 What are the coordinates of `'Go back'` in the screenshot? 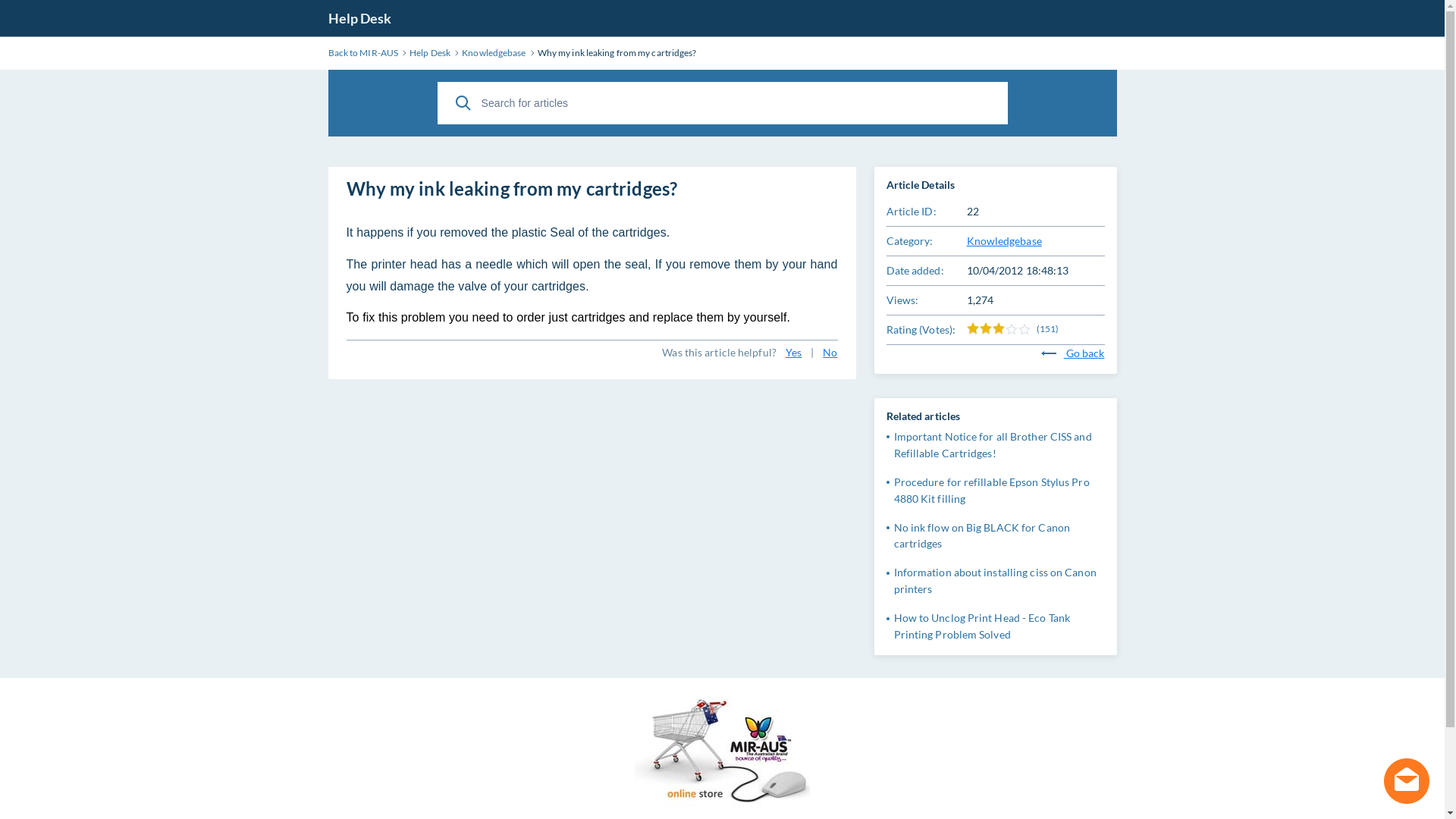 It's located at (1072, 353).